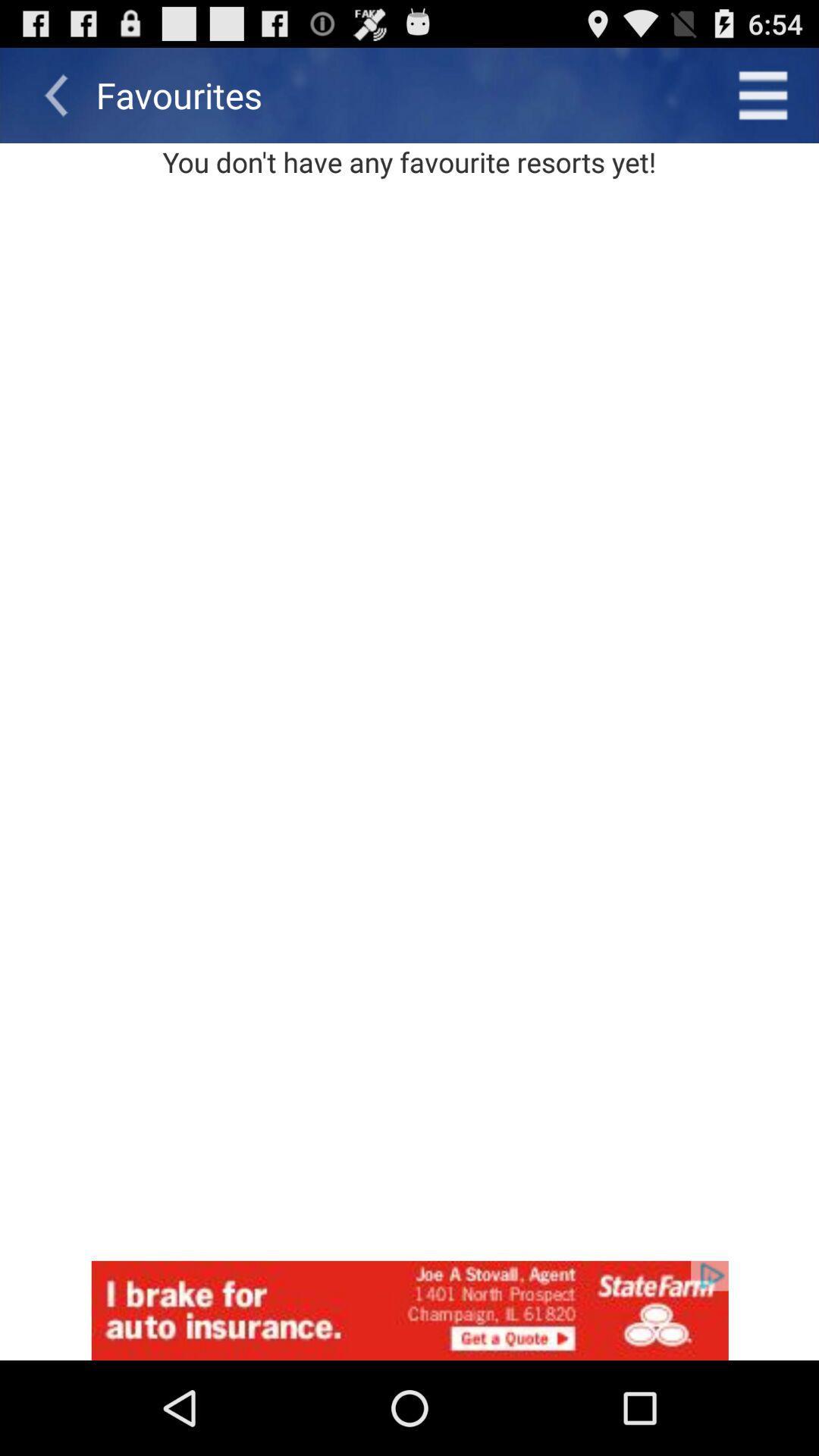  What do you see at coordinates (409, 1310) in the screenshot?
I see `advertisement area` at bounding box center [409, 1310].